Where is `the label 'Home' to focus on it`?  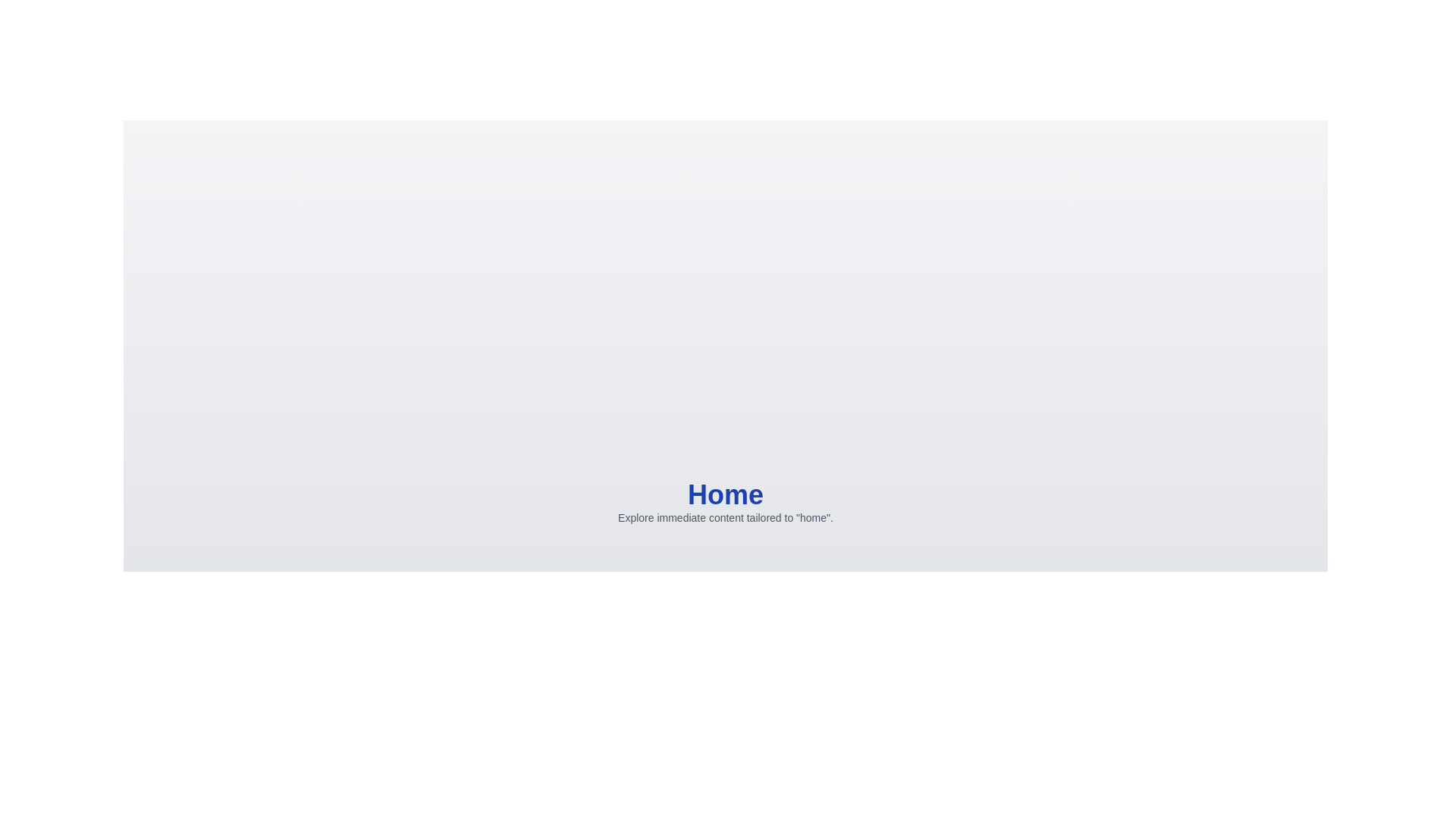 the label 'Home' to focus on it is located at coordinates (724, 494).